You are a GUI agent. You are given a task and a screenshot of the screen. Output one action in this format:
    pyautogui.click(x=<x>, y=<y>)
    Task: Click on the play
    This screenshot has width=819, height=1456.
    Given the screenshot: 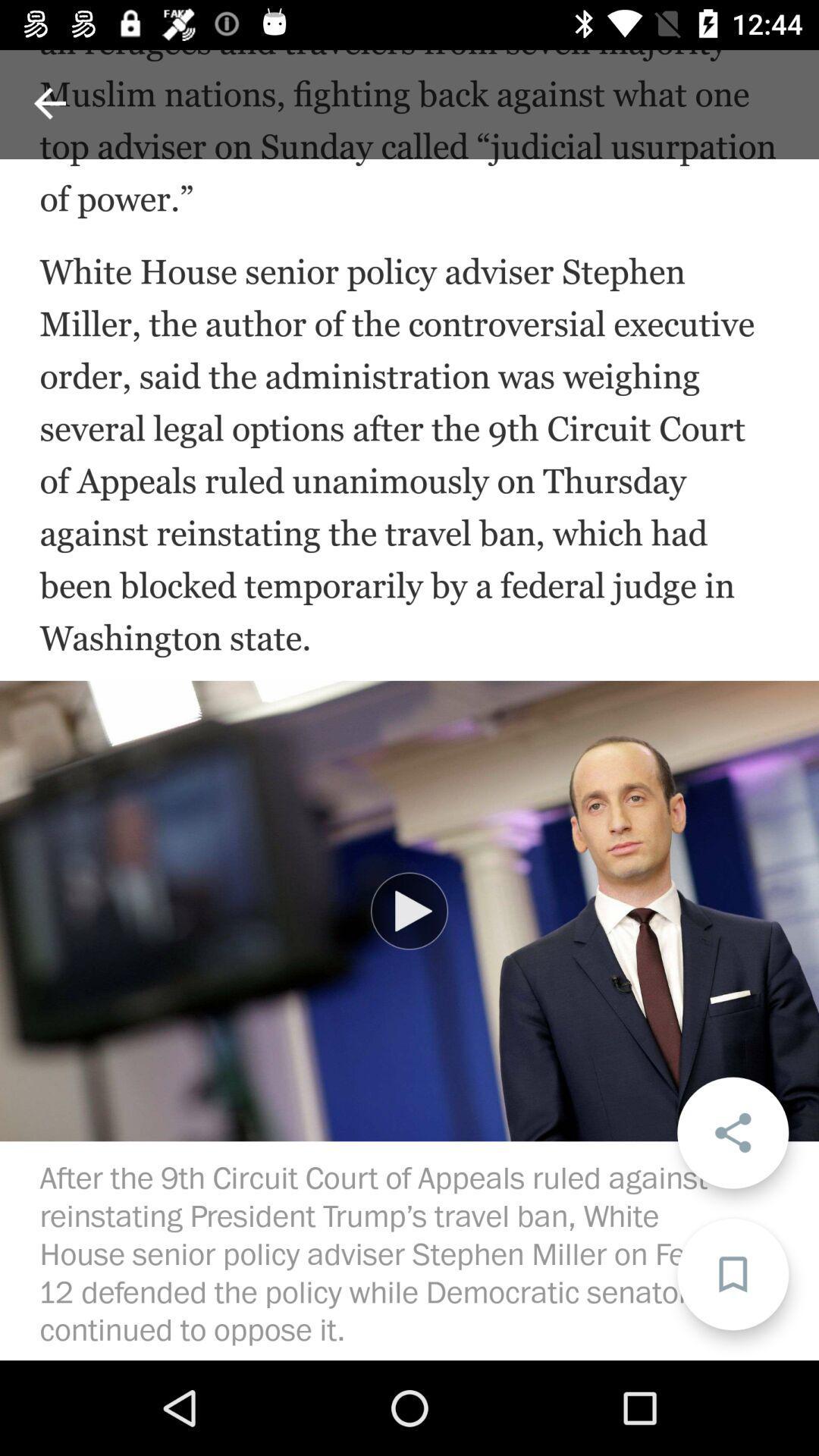 What is the action you would take?
    pyautogui.click(x=409, y=910)
    